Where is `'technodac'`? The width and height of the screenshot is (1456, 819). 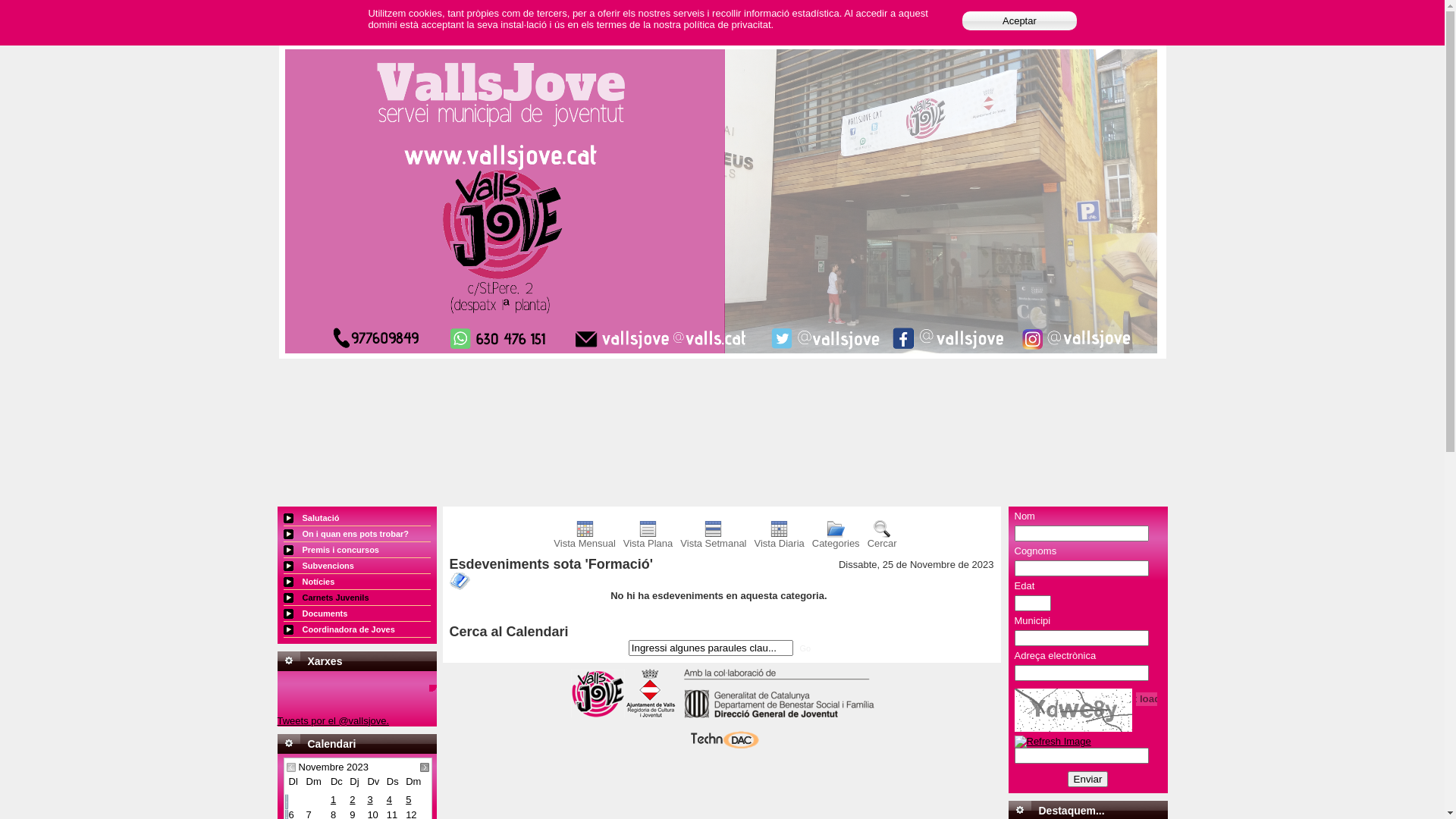
'technodac' is located at coordinates (720, 746).